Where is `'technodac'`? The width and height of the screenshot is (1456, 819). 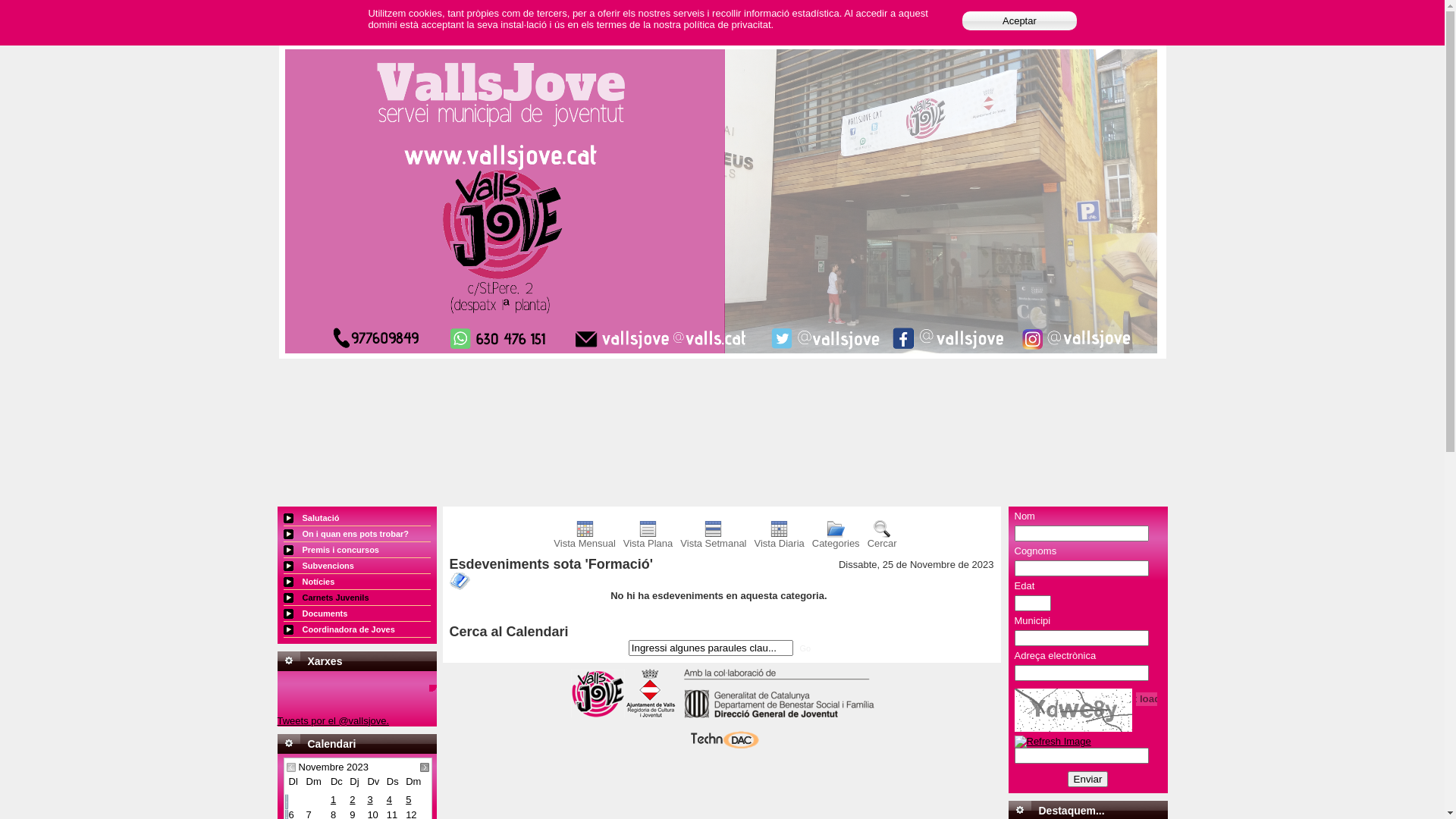
'technodac' is located at coordinates (720, 746).